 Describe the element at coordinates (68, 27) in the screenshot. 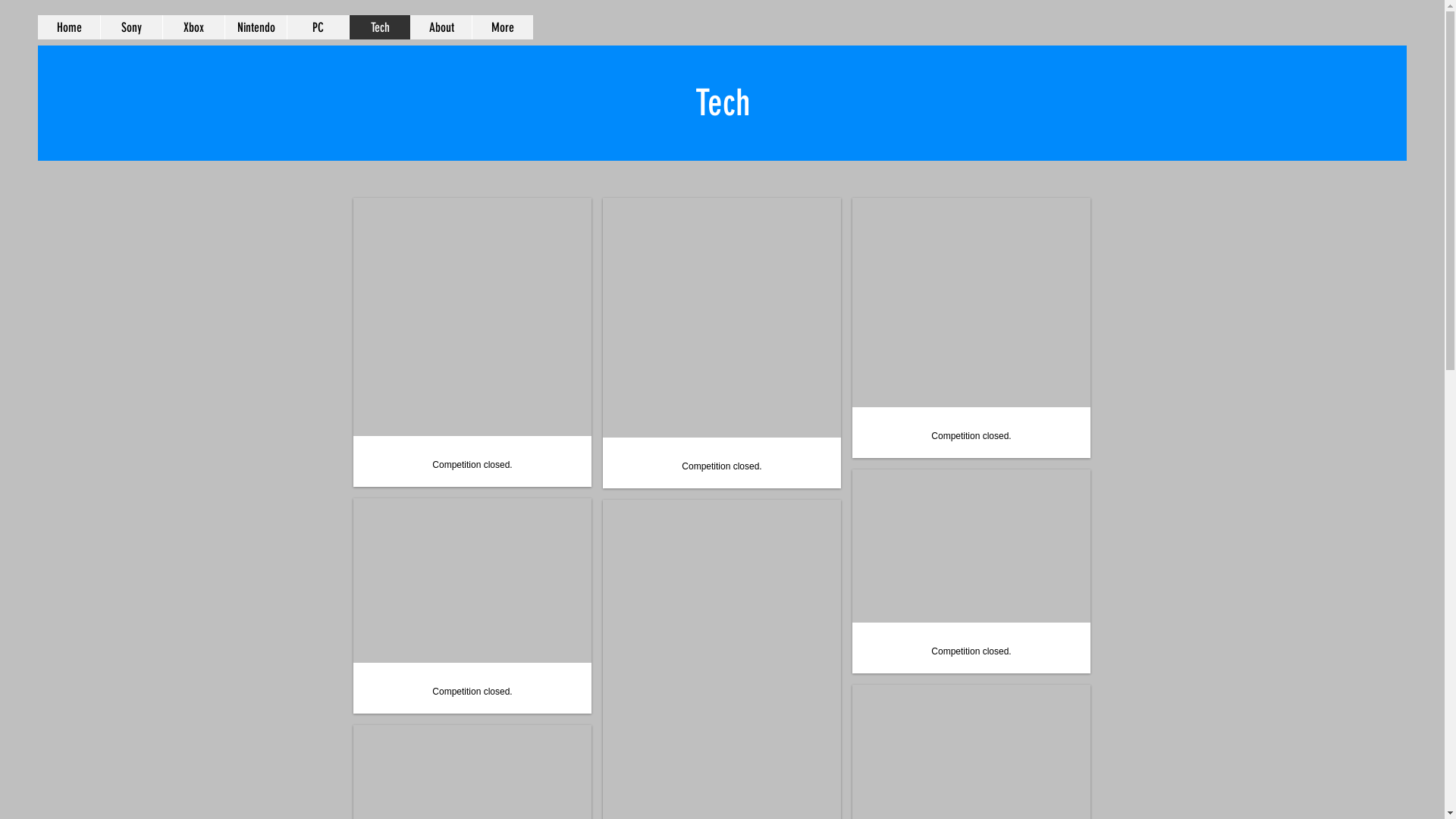

I see `'Home'` at that location.